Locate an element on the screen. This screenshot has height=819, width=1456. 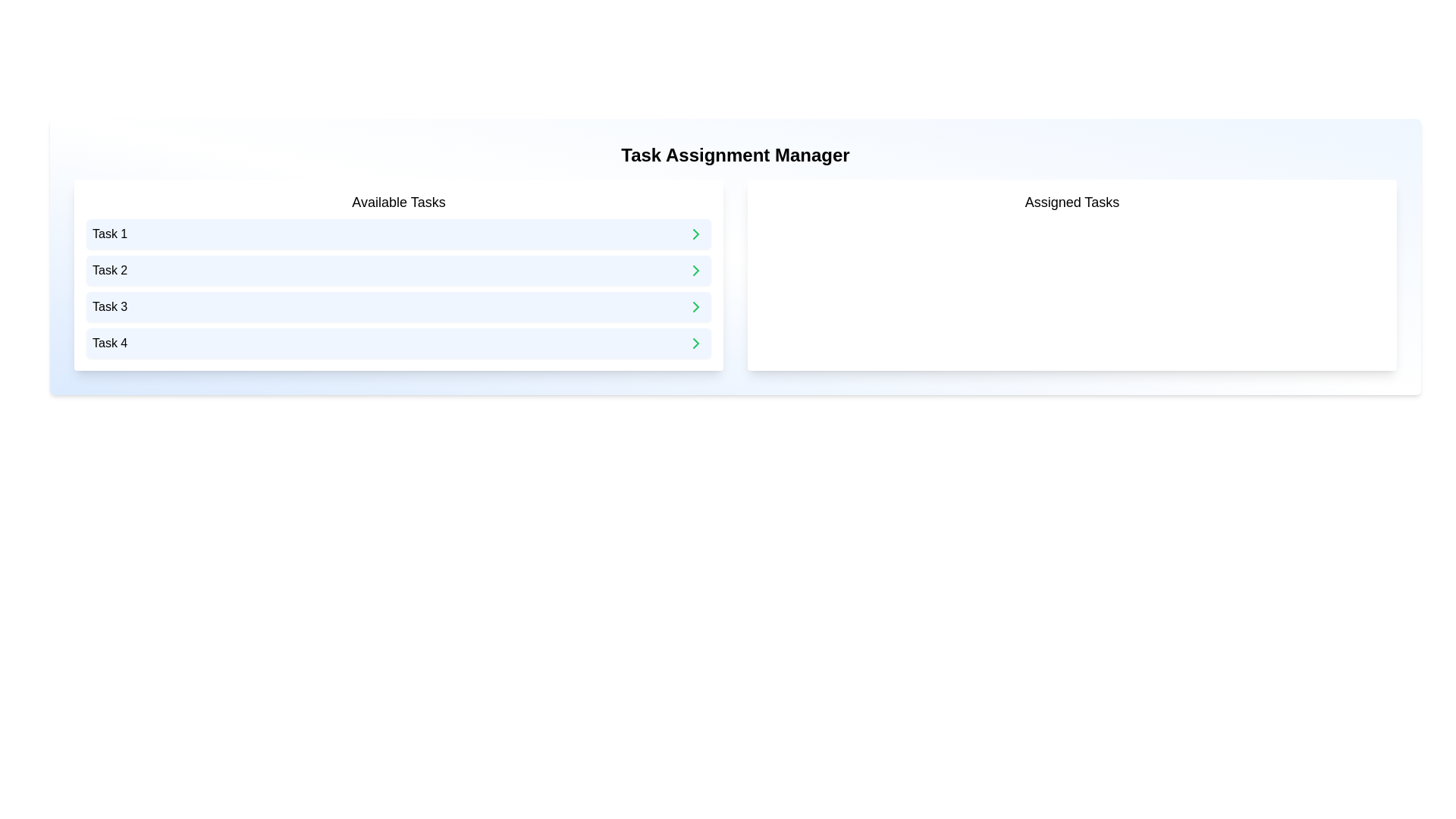
the task Task 3 to highlight it is located at coordinates (399, 307).